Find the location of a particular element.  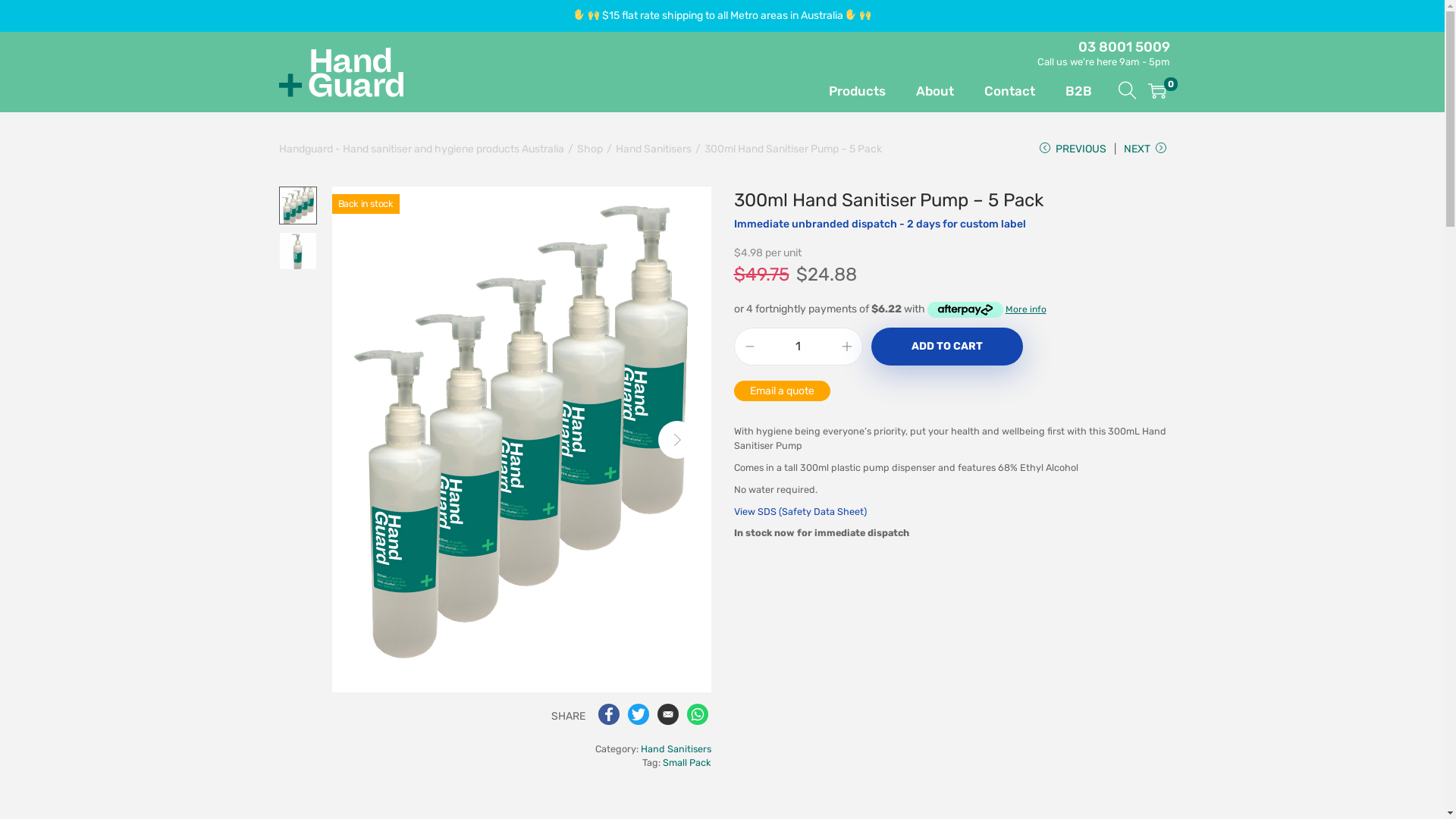

'PREVIOUS' is located at coordinates (1072, 155).